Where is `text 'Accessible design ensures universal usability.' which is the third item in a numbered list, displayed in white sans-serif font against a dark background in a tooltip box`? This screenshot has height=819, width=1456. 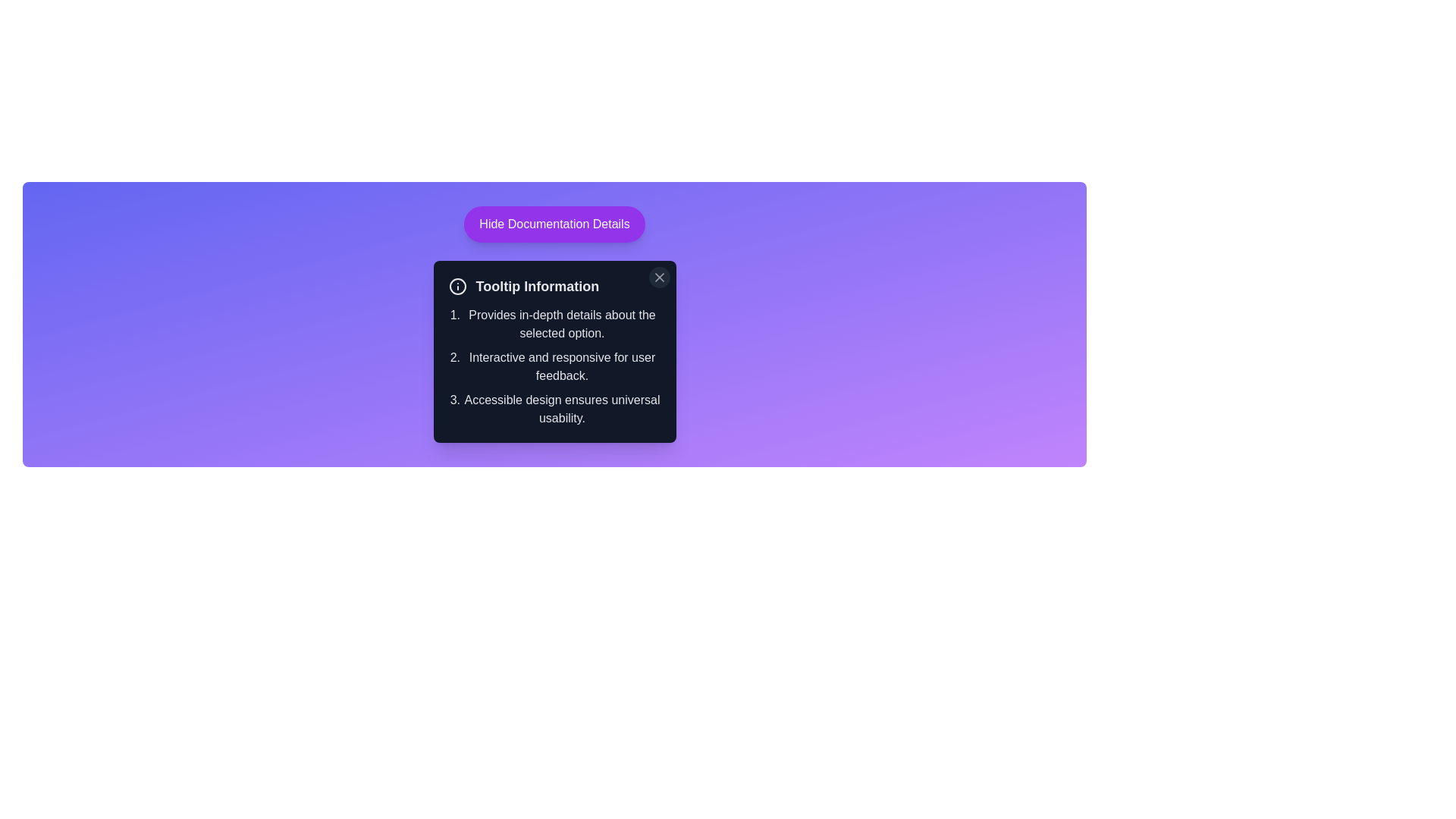 text 'Accessible design ensures universal usability.' which is the third item in a numbered list, displayed in white sans-serif font against a dark background in a tooltip box is located at coordinates (561, 409).